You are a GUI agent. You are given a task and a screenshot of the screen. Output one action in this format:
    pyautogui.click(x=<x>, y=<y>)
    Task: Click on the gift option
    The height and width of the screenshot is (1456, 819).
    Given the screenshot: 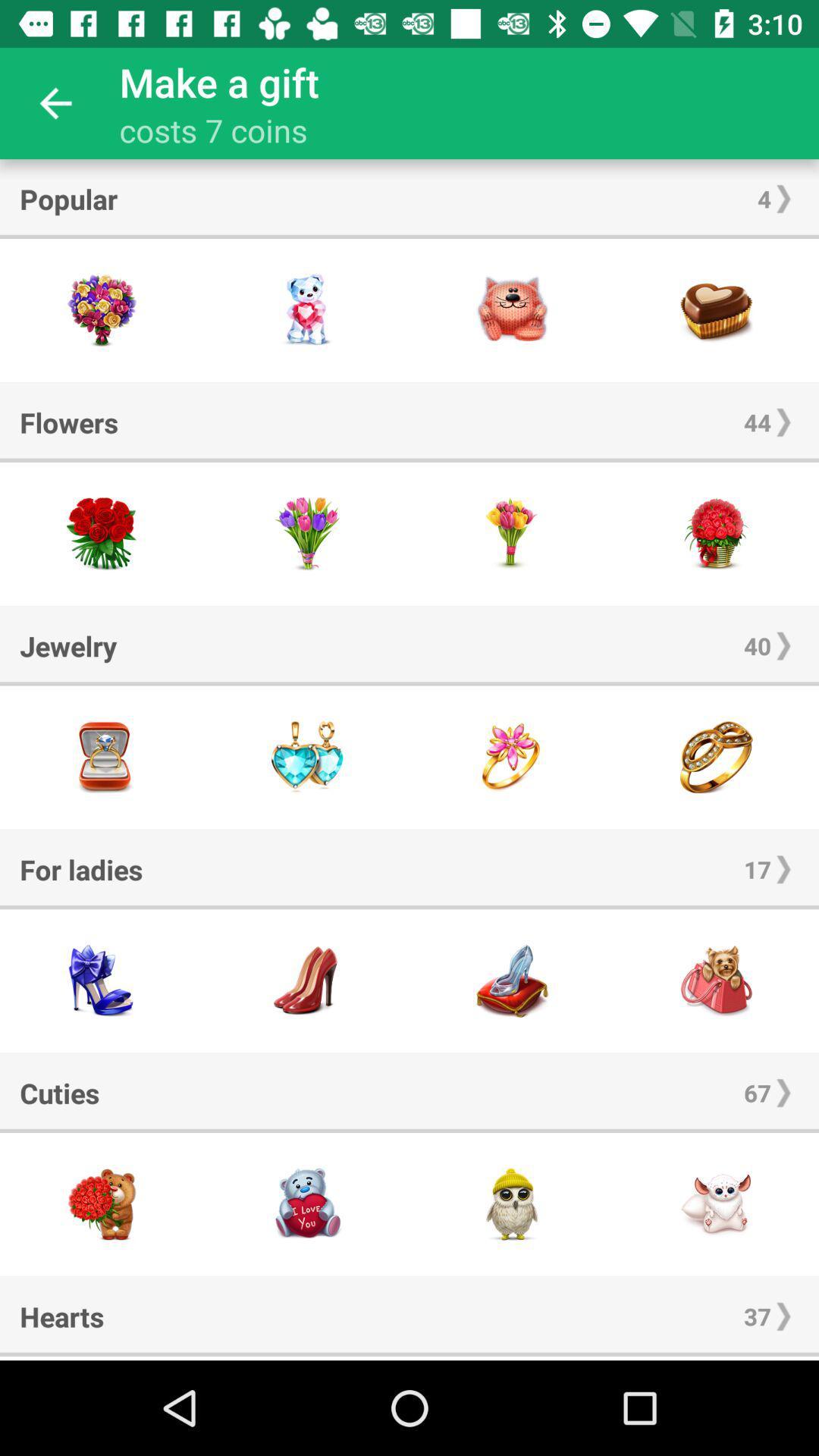 What is the action you would take?
    pyautogui.click(x=717, y=309)
    